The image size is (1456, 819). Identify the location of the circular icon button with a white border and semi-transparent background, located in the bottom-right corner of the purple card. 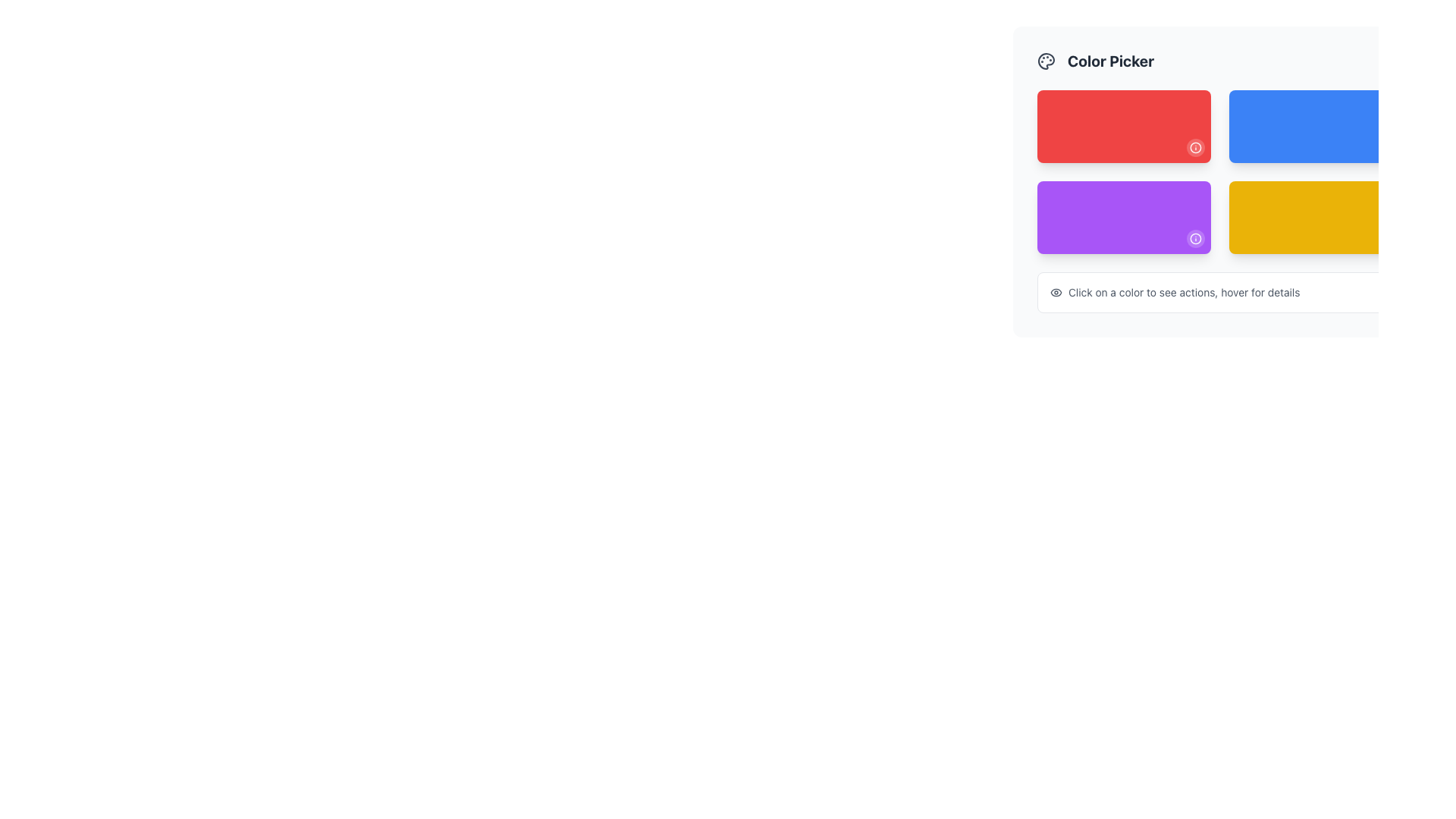
(1195, 239).